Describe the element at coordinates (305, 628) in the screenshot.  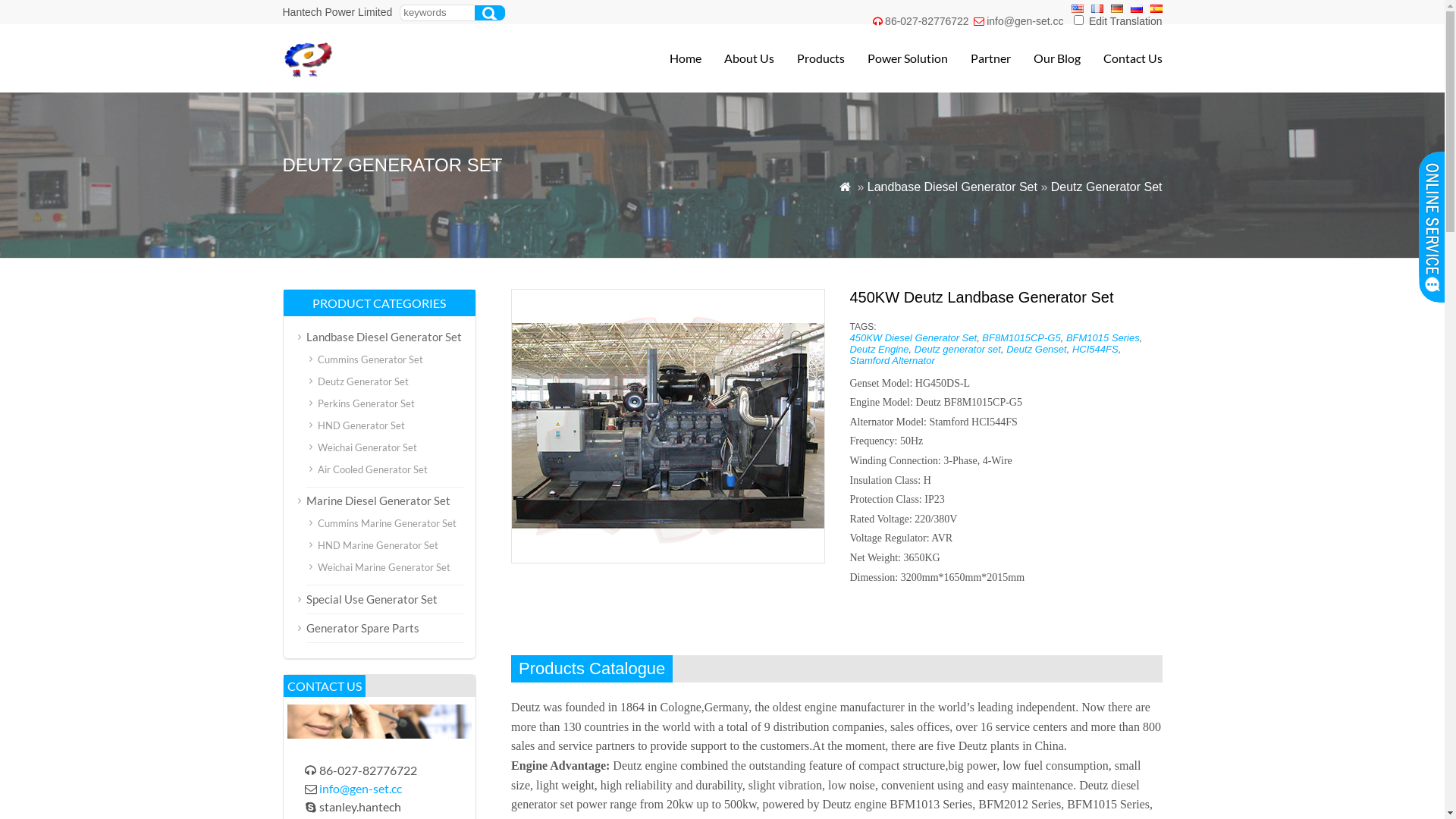
I see `'Generator Spare Parts'` at that location.